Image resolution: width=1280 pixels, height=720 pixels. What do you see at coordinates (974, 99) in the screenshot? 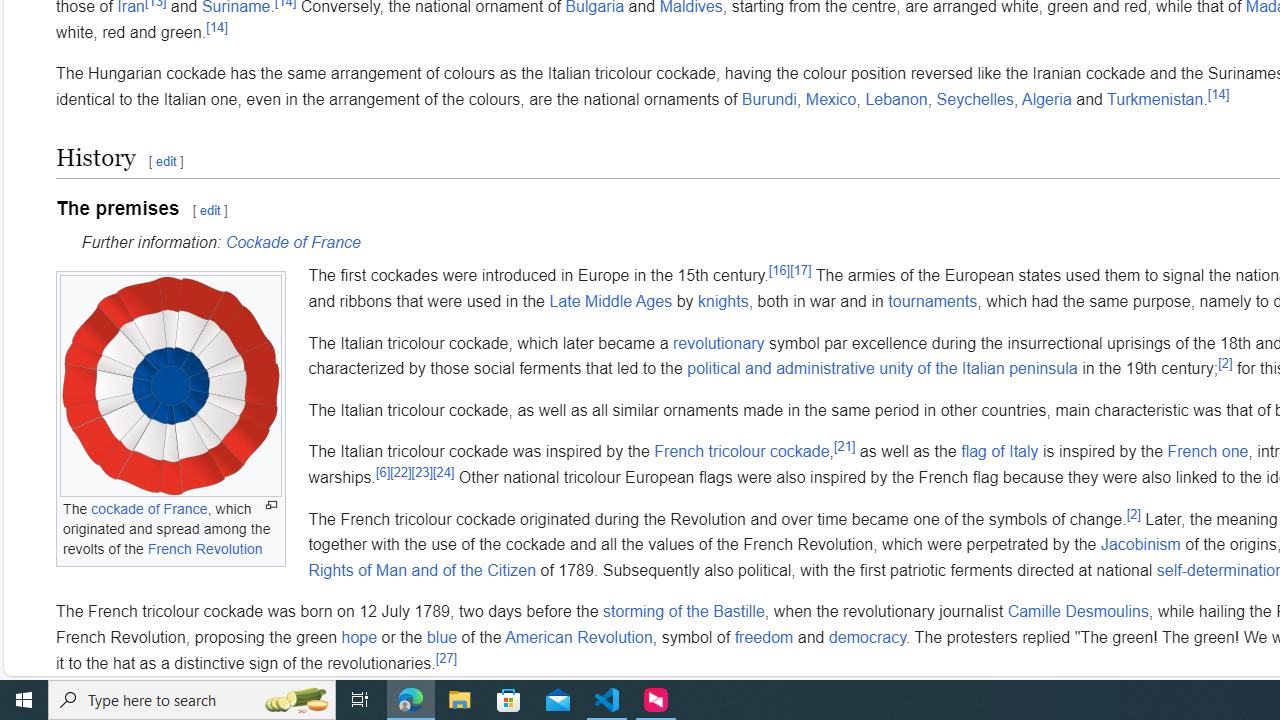
I see `'Seychelles'` at bounding box center [974, 99].